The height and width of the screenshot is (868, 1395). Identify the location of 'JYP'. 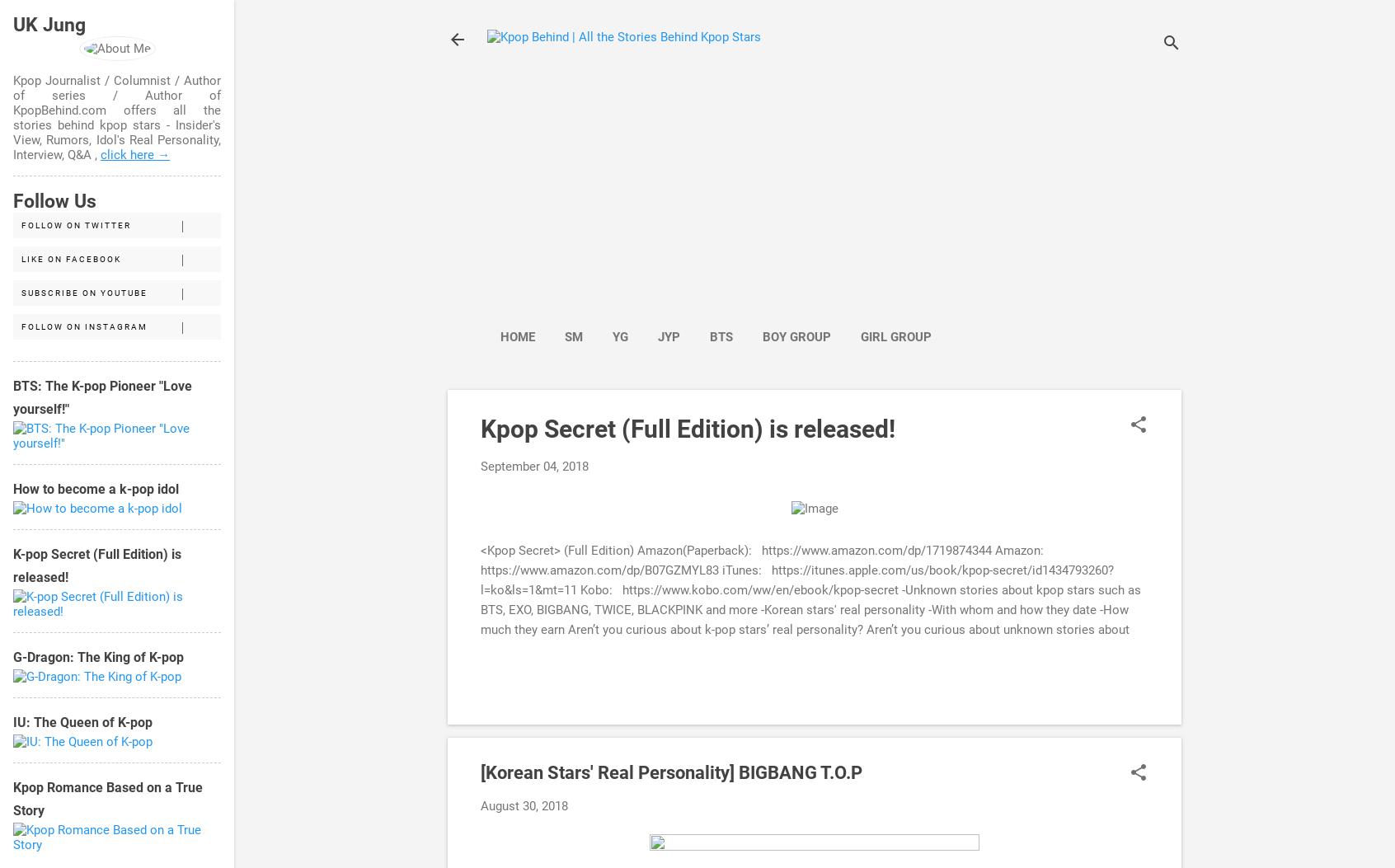
(669, 336).